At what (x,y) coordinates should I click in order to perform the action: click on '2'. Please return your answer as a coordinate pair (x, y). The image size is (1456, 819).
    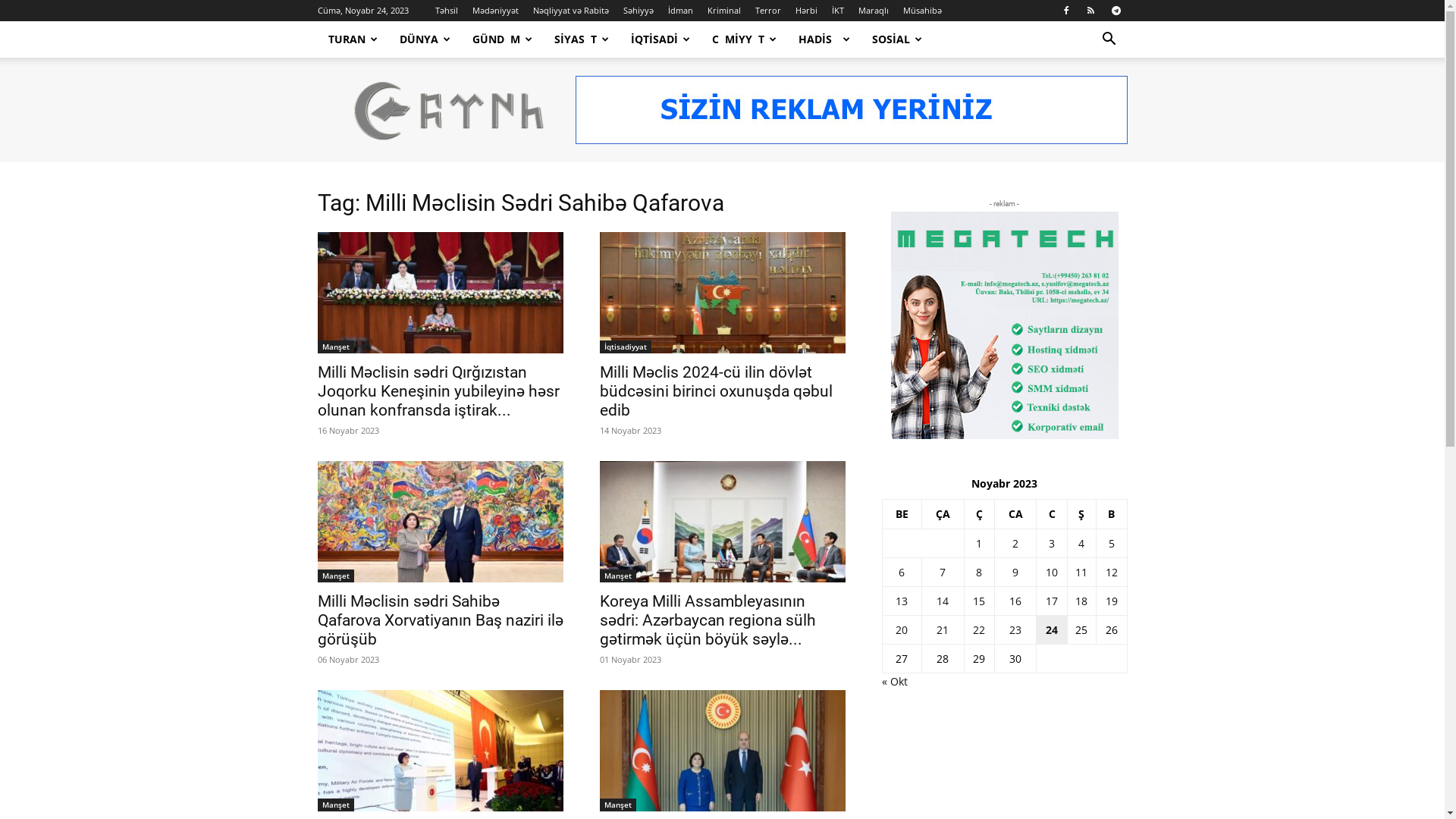
    Looking at the image, I should click on (1015, 542).